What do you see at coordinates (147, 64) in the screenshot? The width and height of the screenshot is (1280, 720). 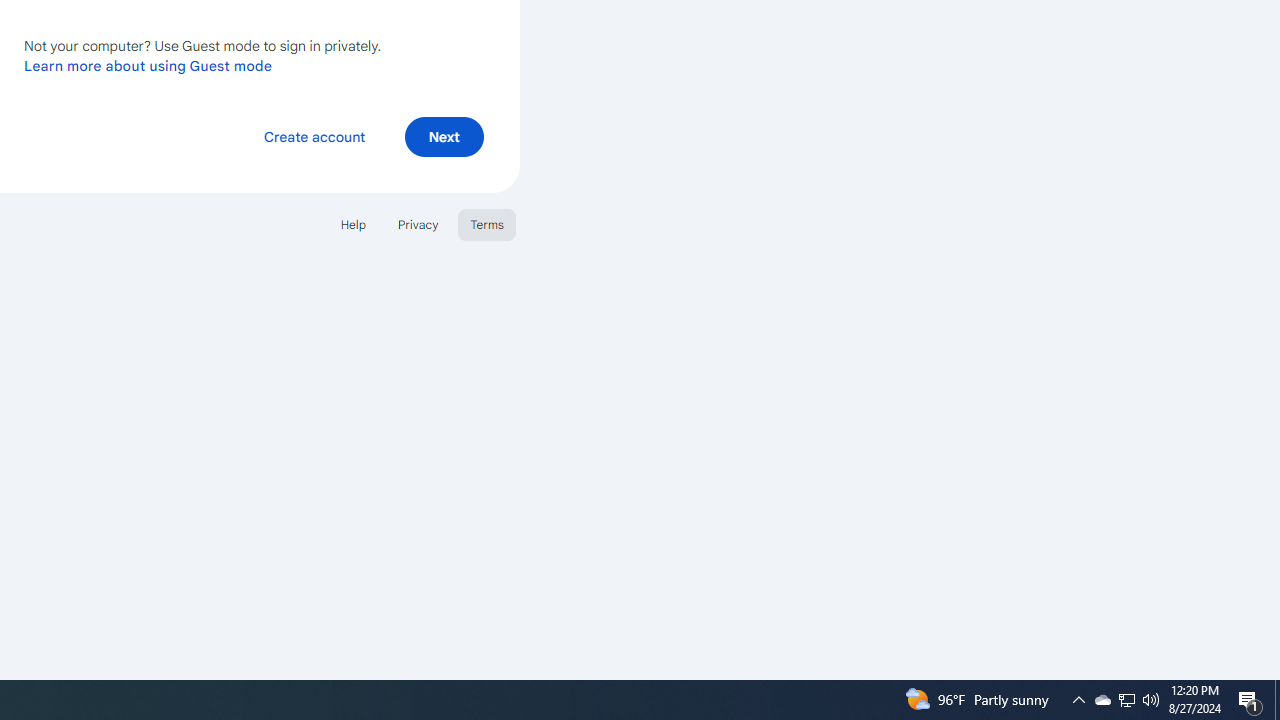 I see `'Learn more about using Guest mode'` at bounding box center [147, 64].